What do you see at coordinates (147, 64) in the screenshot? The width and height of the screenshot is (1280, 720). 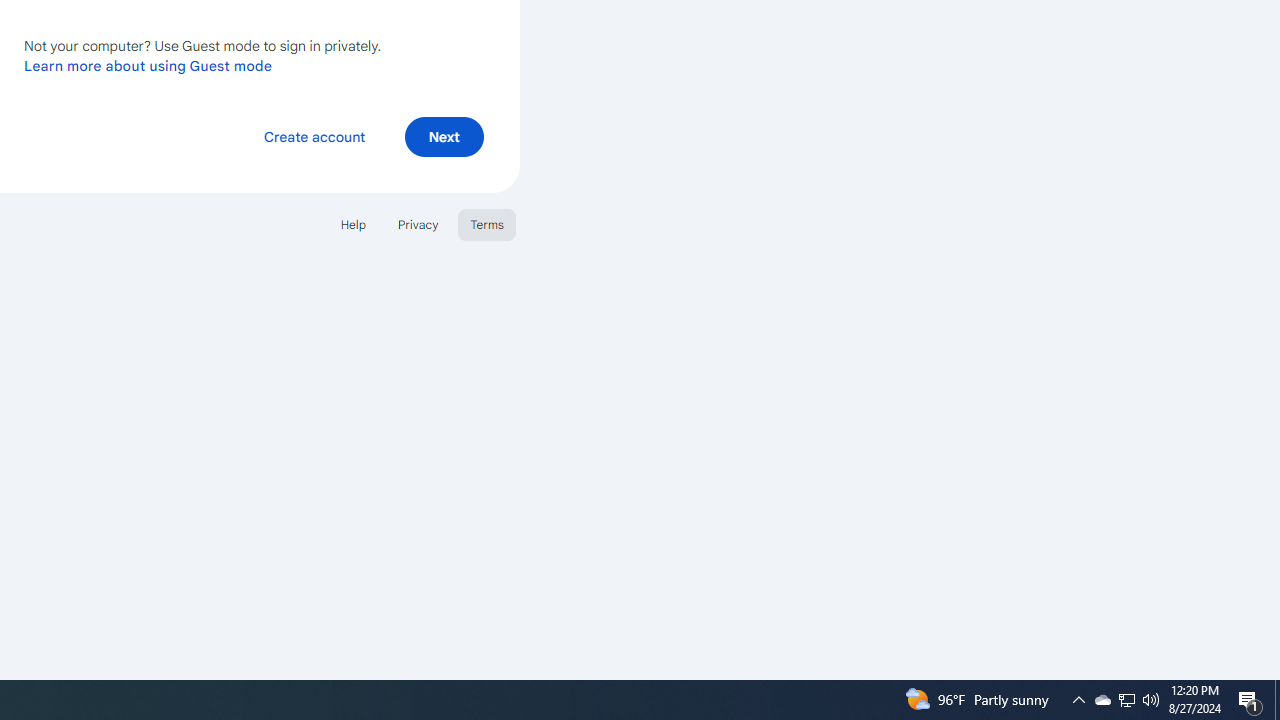 I see `'Learn more about using Guest mode'` at bounding box center [147, 64].